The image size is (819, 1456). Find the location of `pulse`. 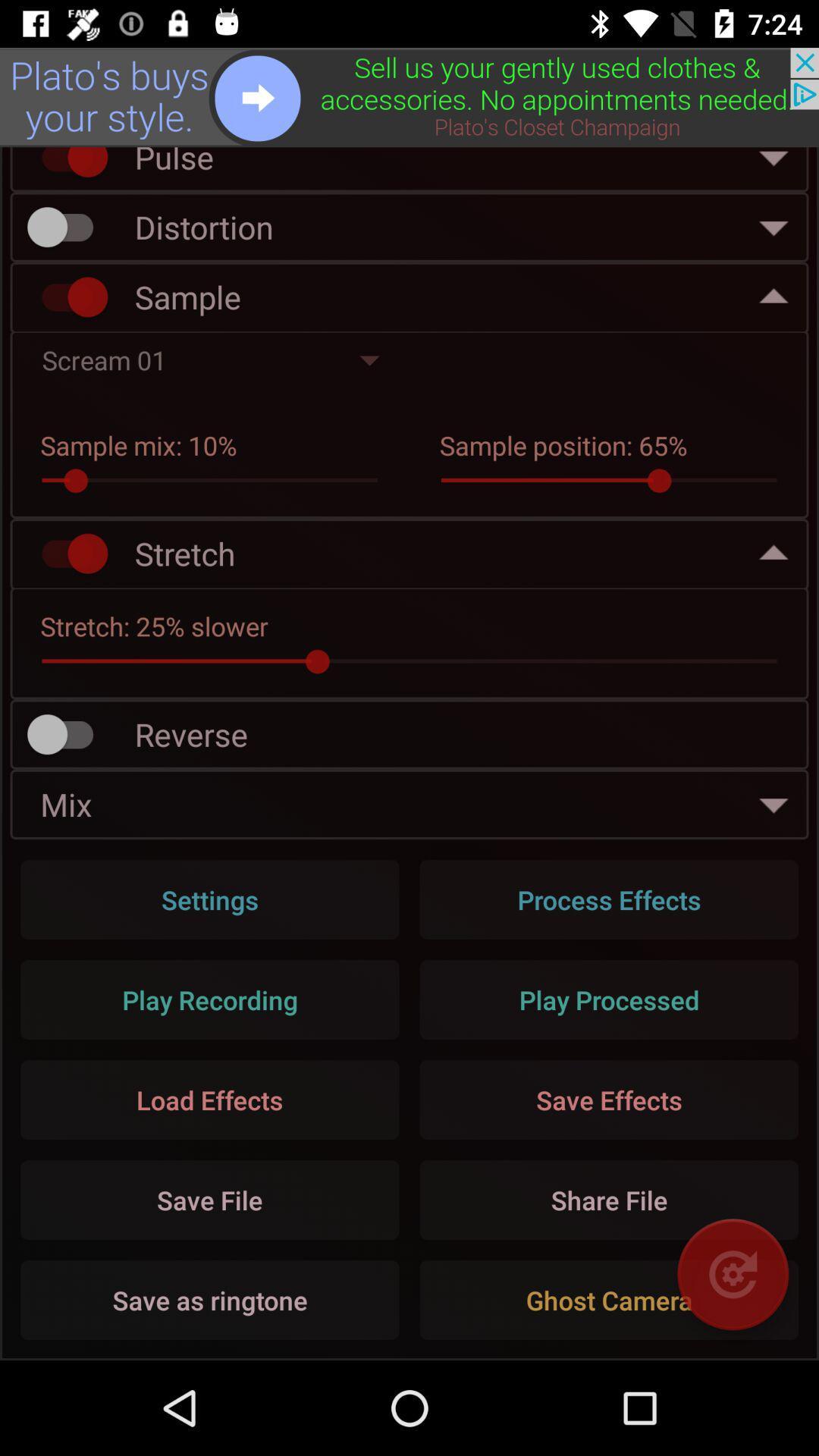

pulse is located at coordinates (67, 165).